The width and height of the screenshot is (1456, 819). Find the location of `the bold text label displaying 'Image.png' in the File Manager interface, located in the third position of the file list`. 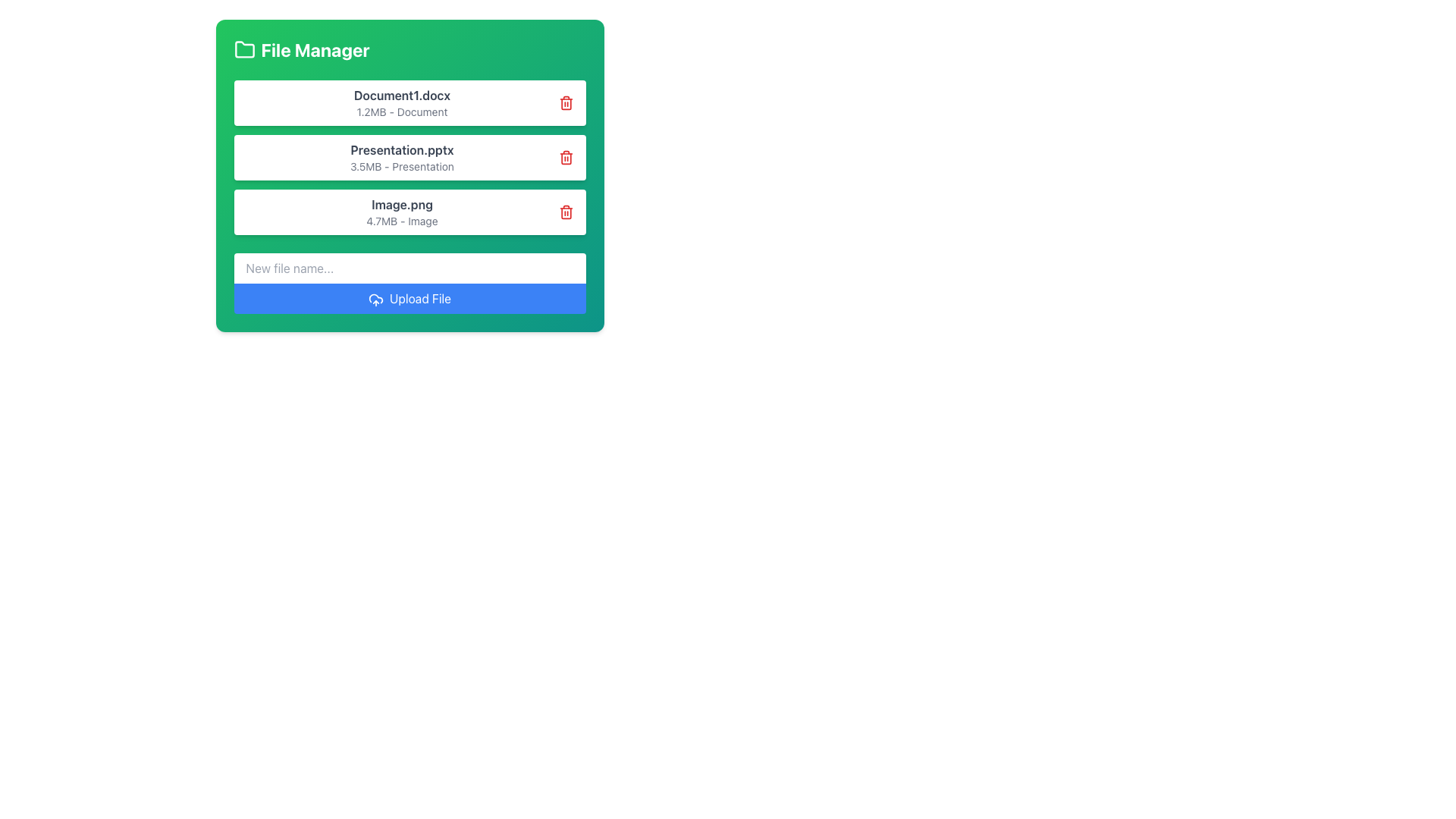

the bold text label displaying 'Image.png' in the File Manager interface, located in the third position of the file list is located at coordinates (402, 205).